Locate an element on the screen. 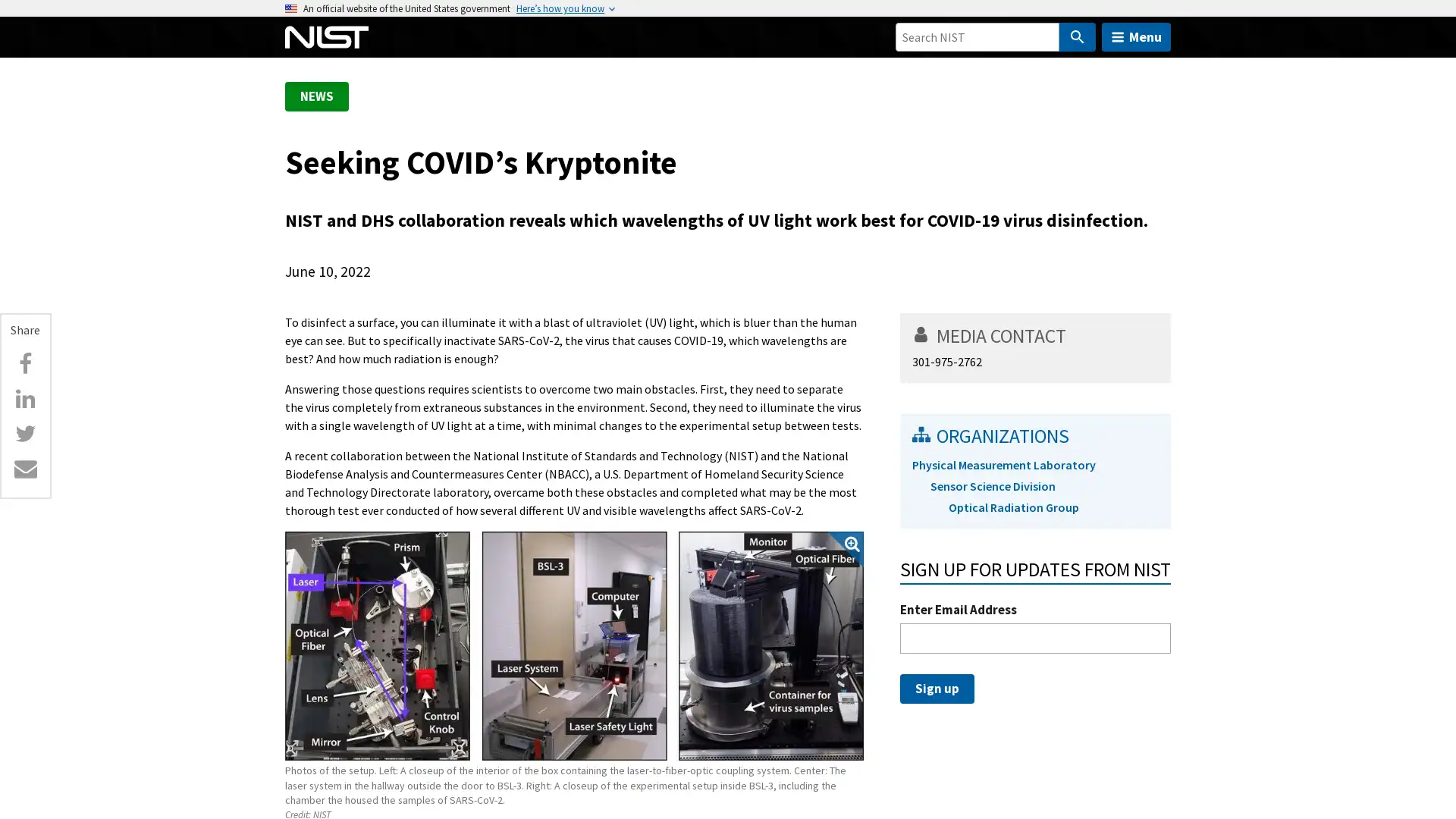 The width and height of the screenshot is (1456, 819). Sign up is located at coordinates (935, 688).